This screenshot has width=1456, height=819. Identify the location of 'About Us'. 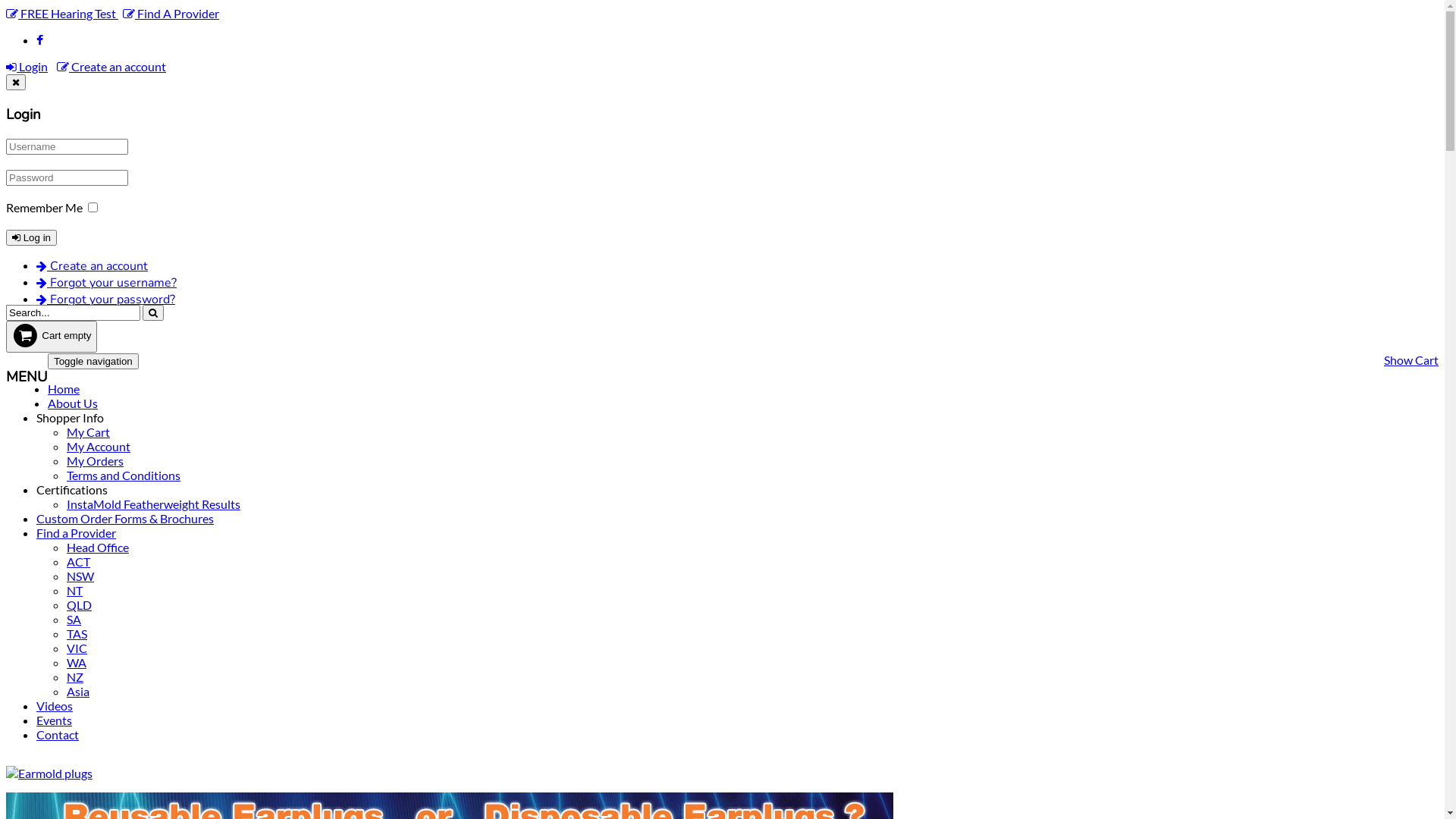
(72, 402).